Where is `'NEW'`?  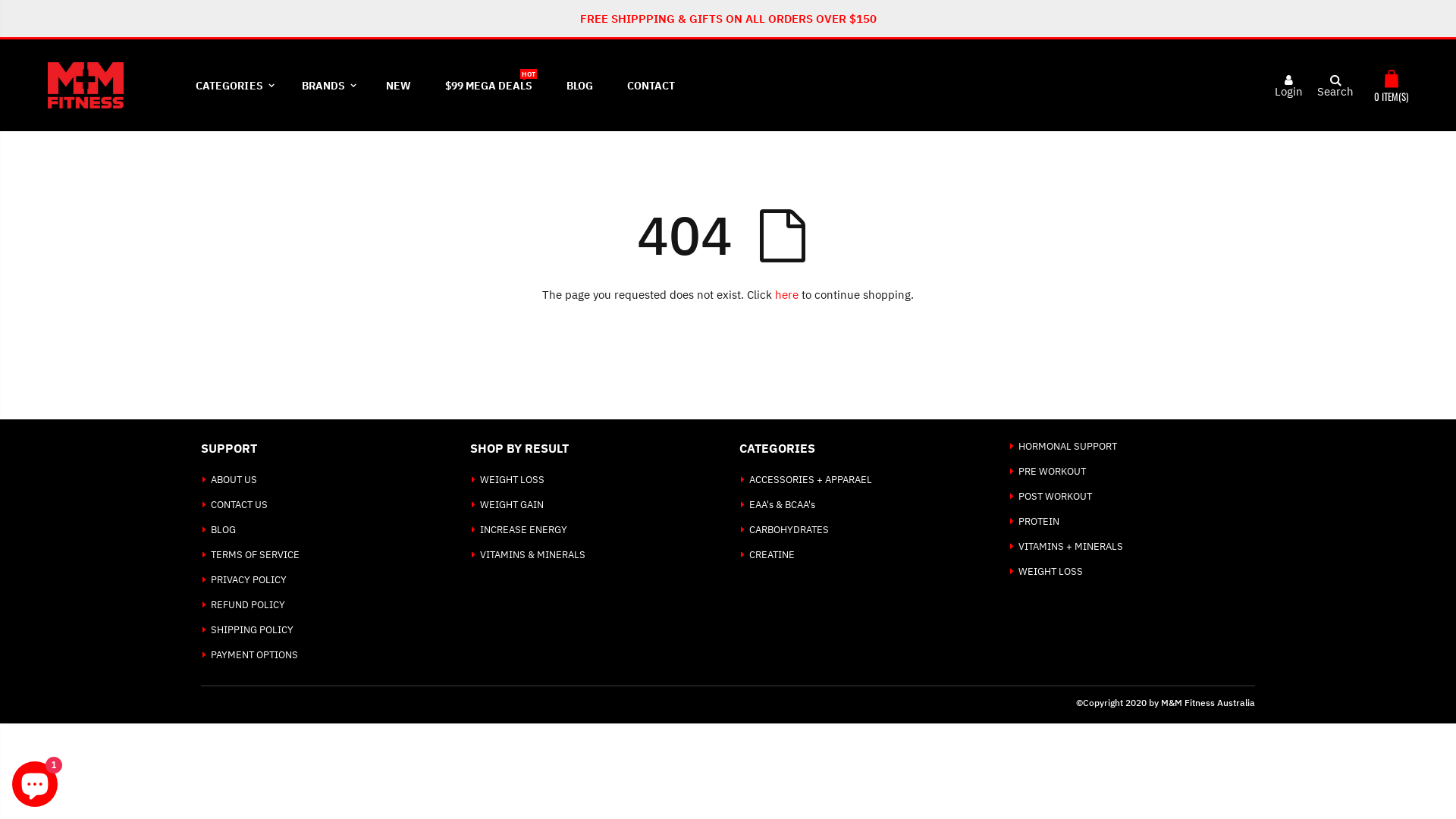
'NEW' is located at coordinates (398, 84).